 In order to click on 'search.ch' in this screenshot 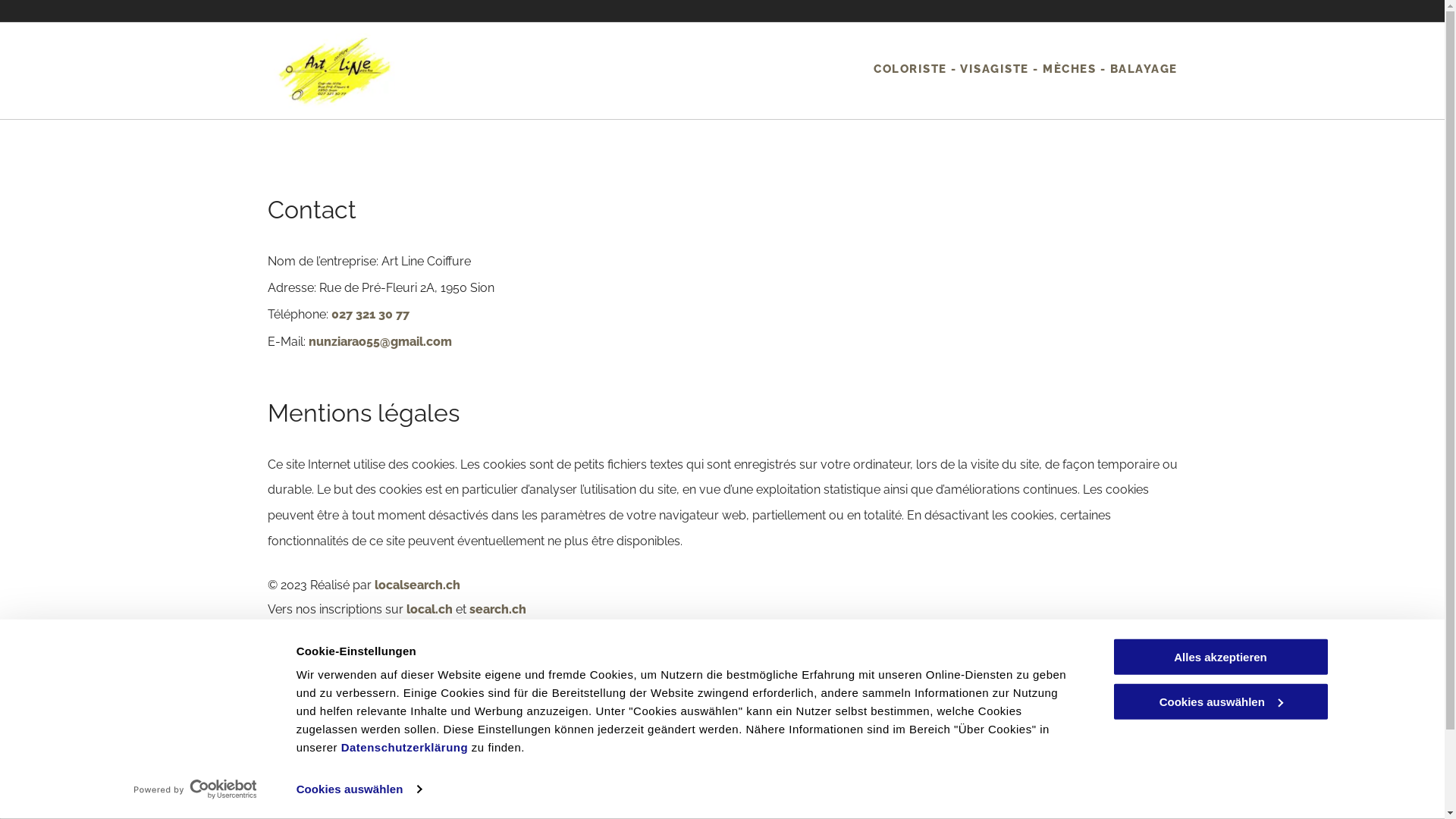, I will do `click(468, 608)`.